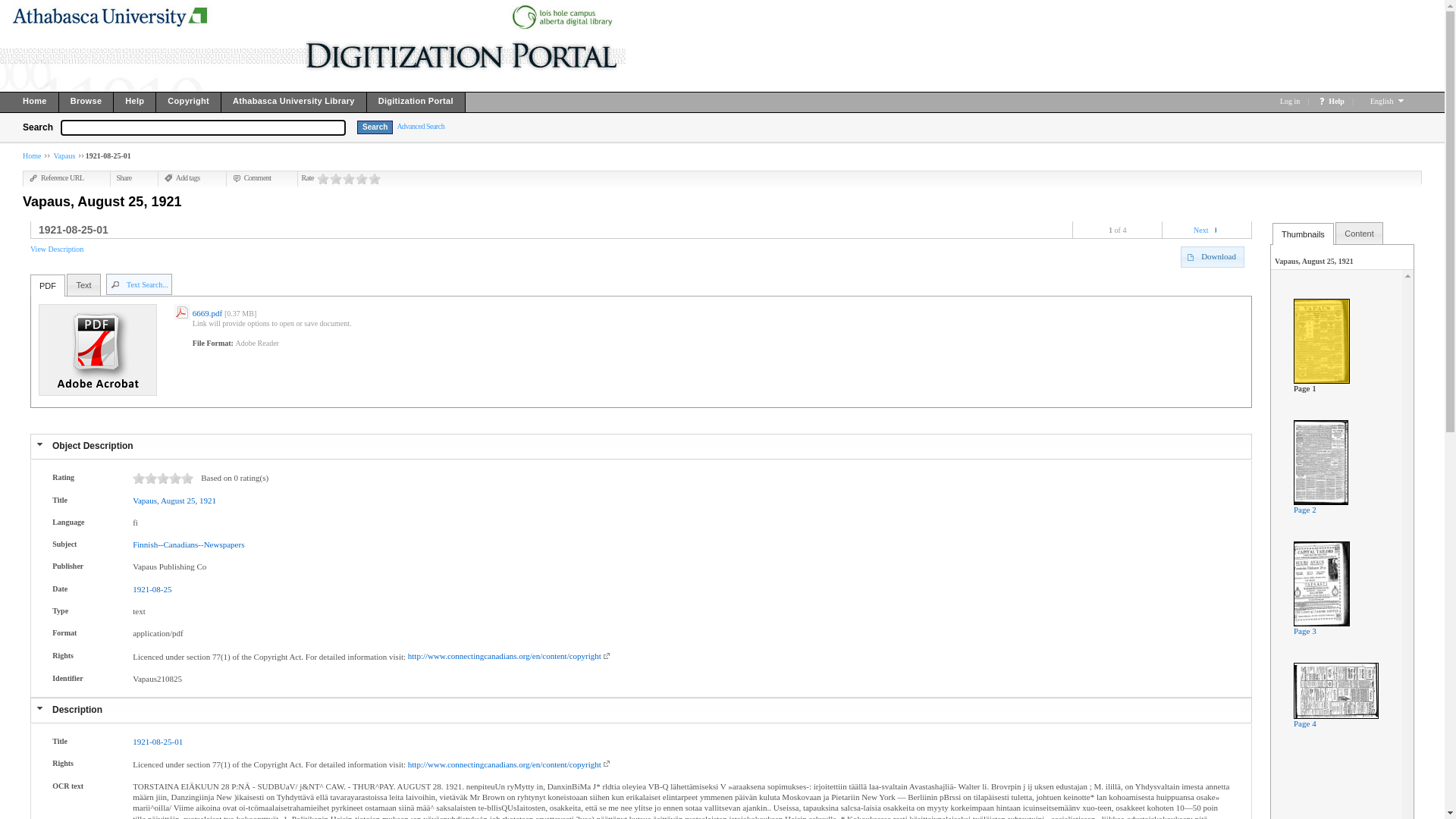  What do you see at coordinates (420, 125) in the screenshot?
I see `'Advanced Search'` at bounding box center [420, 125].